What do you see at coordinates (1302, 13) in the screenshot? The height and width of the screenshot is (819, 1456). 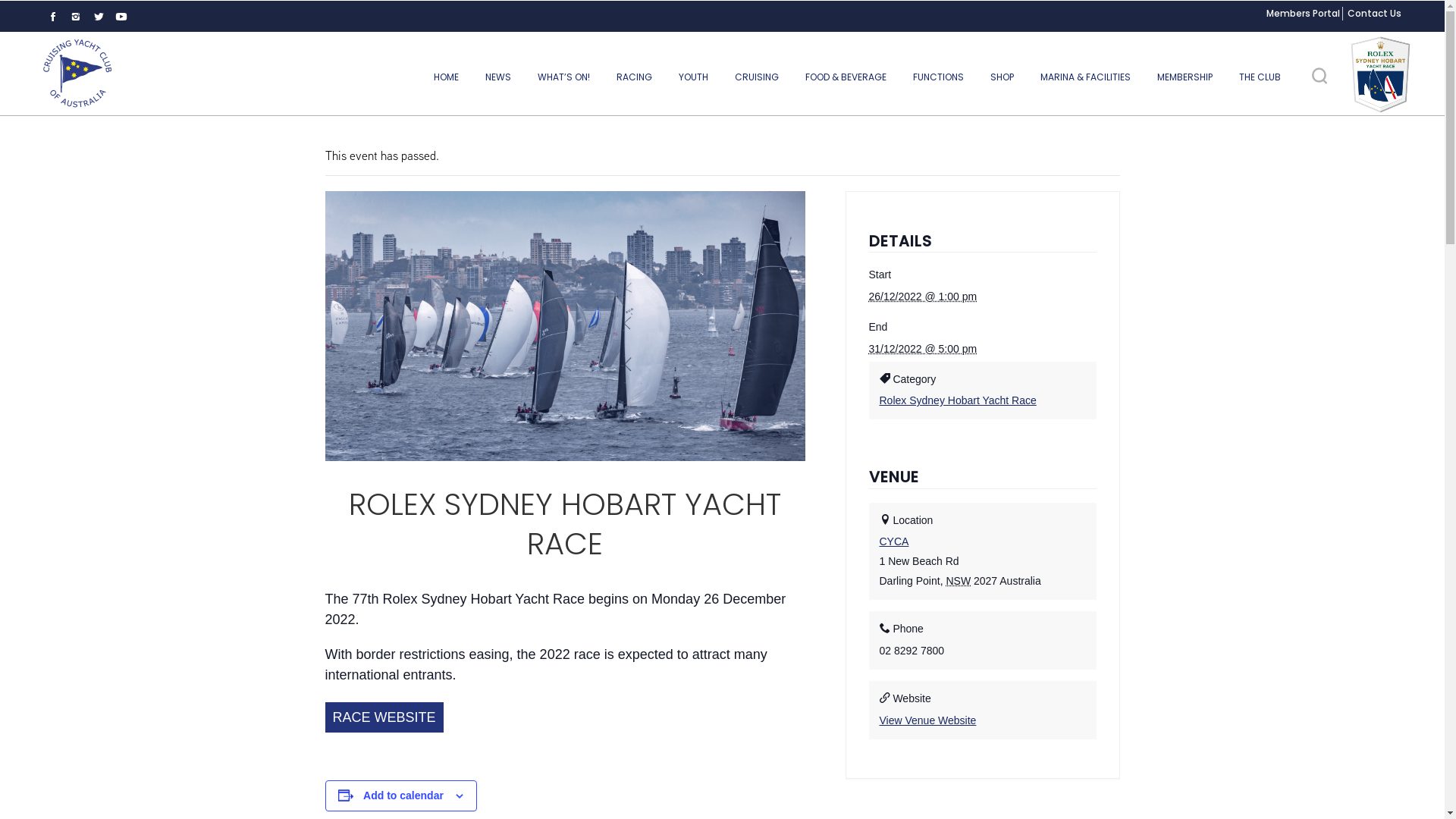 I see `'Members Portal'` at bounding box center [1302, 13].